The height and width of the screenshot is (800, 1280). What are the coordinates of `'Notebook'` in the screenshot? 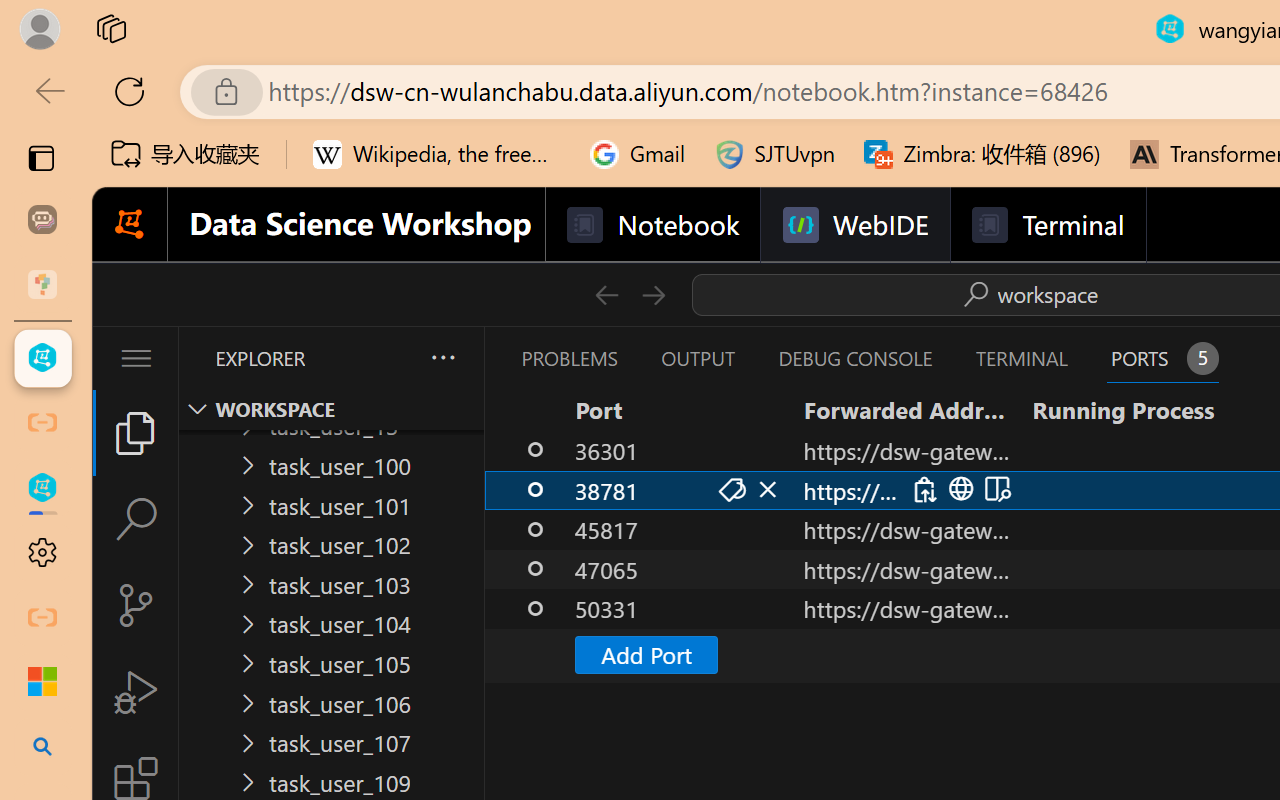 It's located at (652, 225).